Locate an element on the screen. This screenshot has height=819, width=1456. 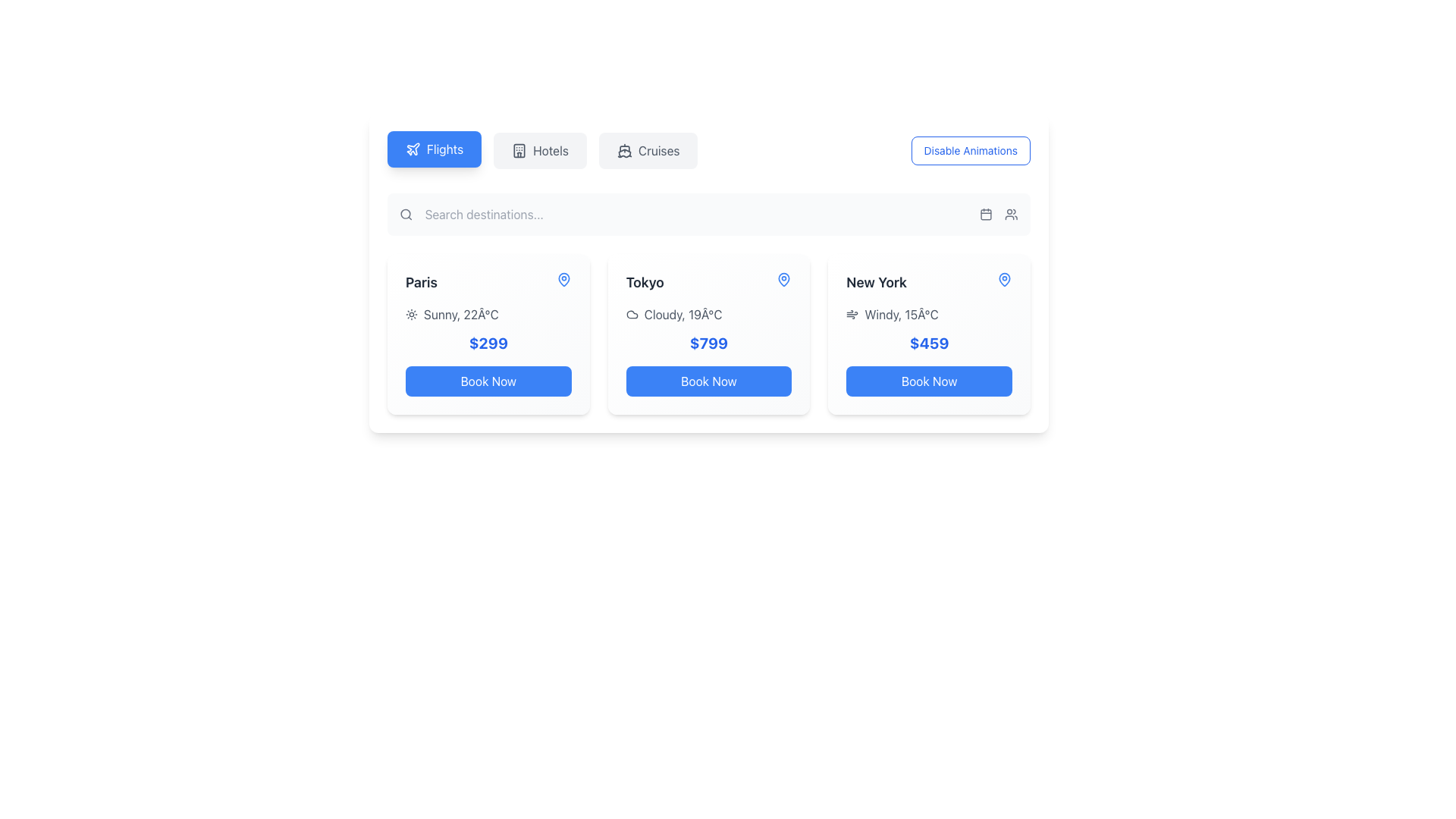
weather information text associated with the destination 'Paris', located above the price tag of '$299' within the designated box is located at coordinates (488, 314).